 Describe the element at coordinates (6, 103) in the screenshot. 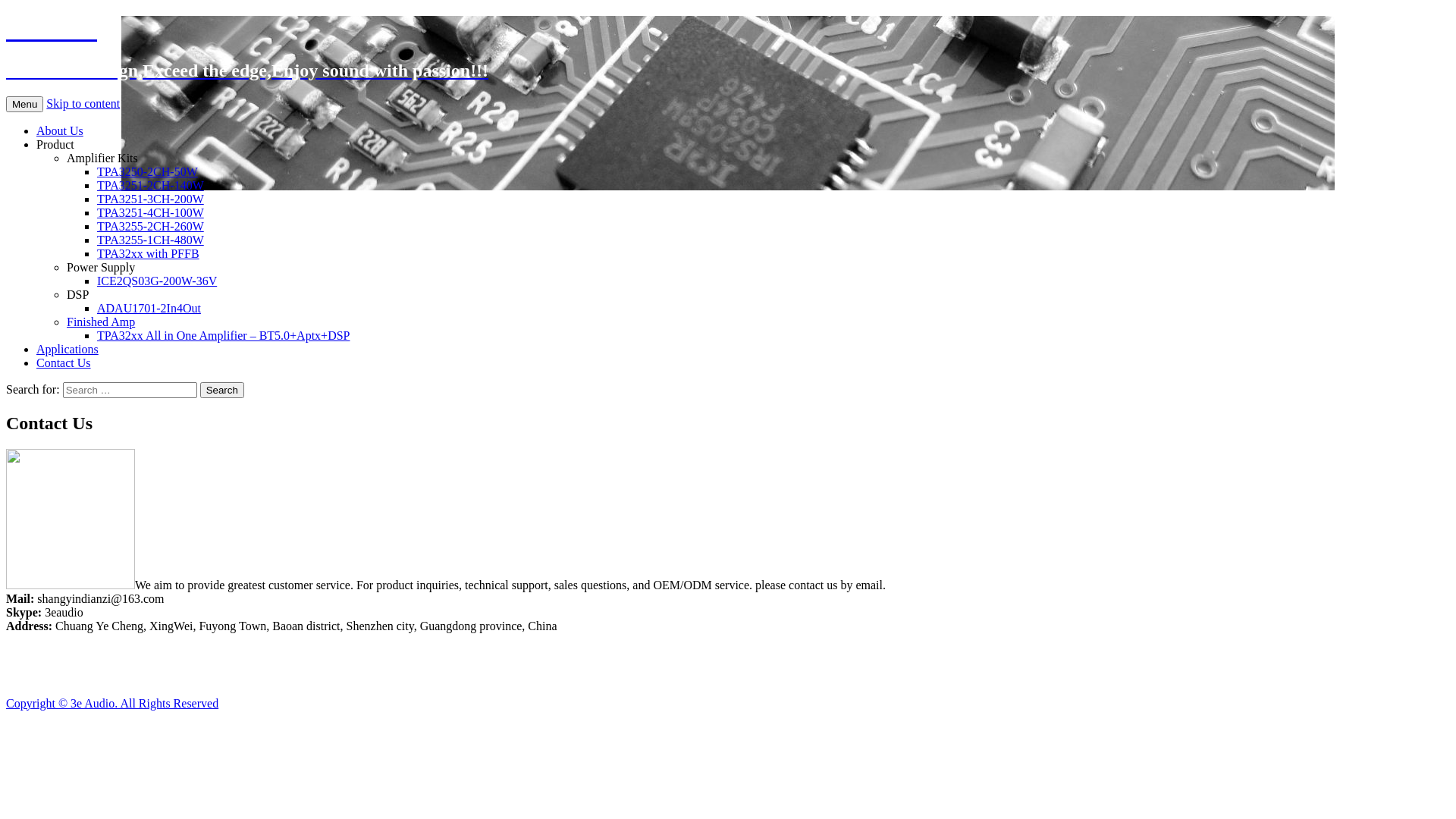

I see `'Menu'` at that location.